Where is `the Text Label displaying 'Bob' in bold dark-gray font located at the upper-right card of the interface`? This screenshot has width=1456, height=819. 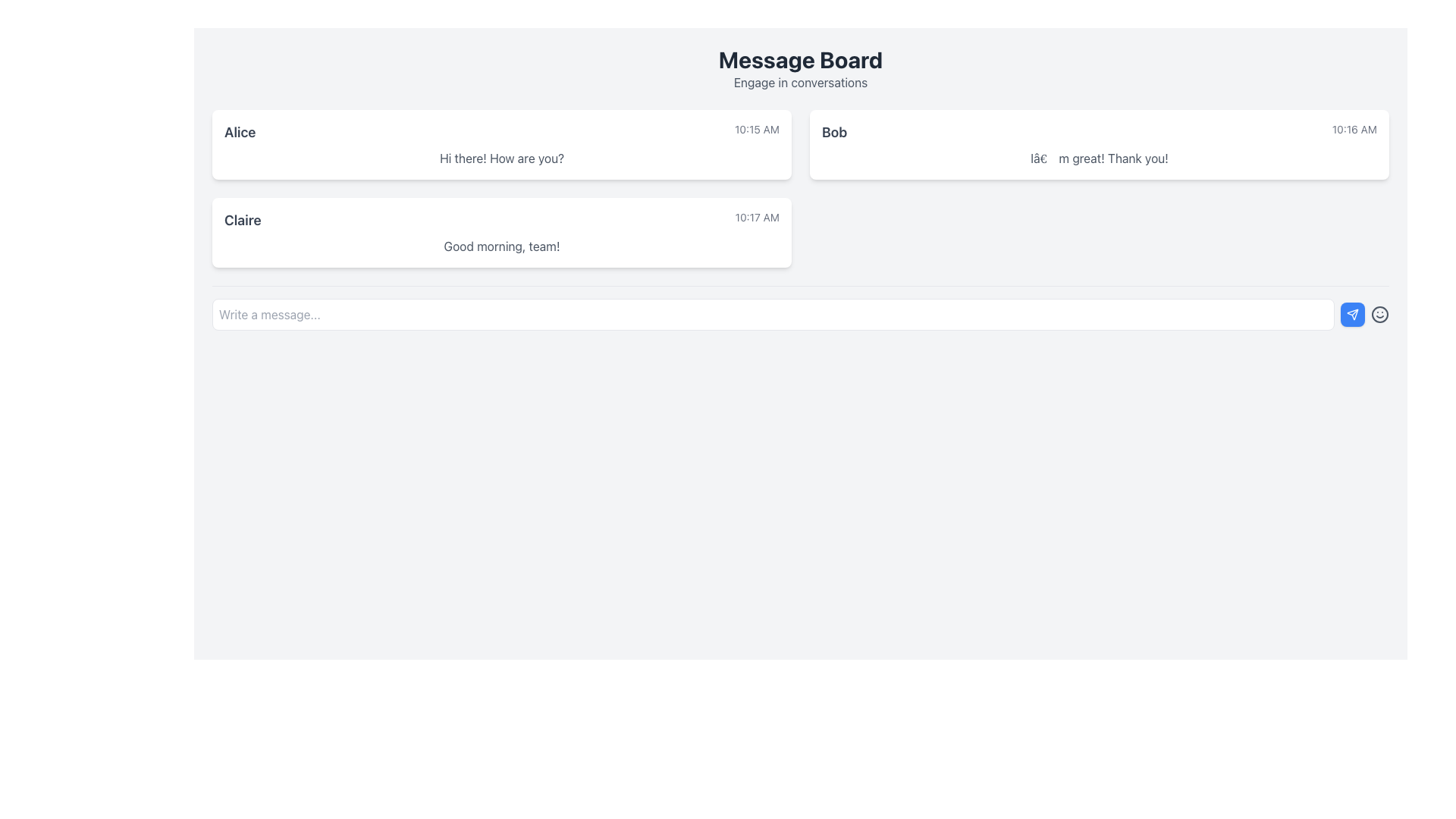 the Text Label displaying 'Bob' in bold dark-gray font located at the upper-right card of the interface is located at coordinates (833, 131).